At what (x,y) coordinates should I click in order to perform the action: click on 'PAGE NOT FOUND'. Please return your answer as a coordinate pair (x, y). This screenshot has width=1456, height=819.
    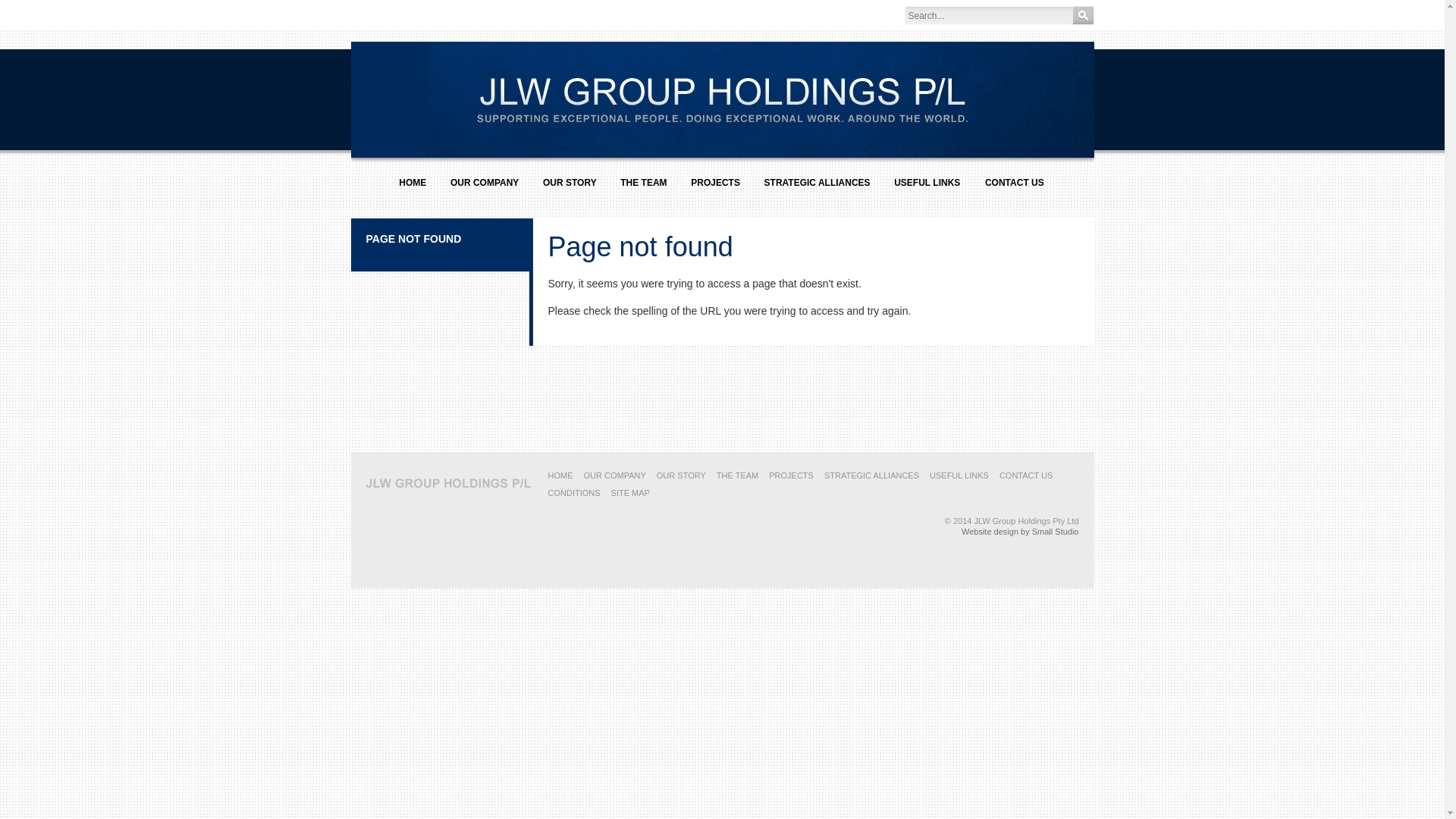
    Looking at the image, I should click on (413, 239).